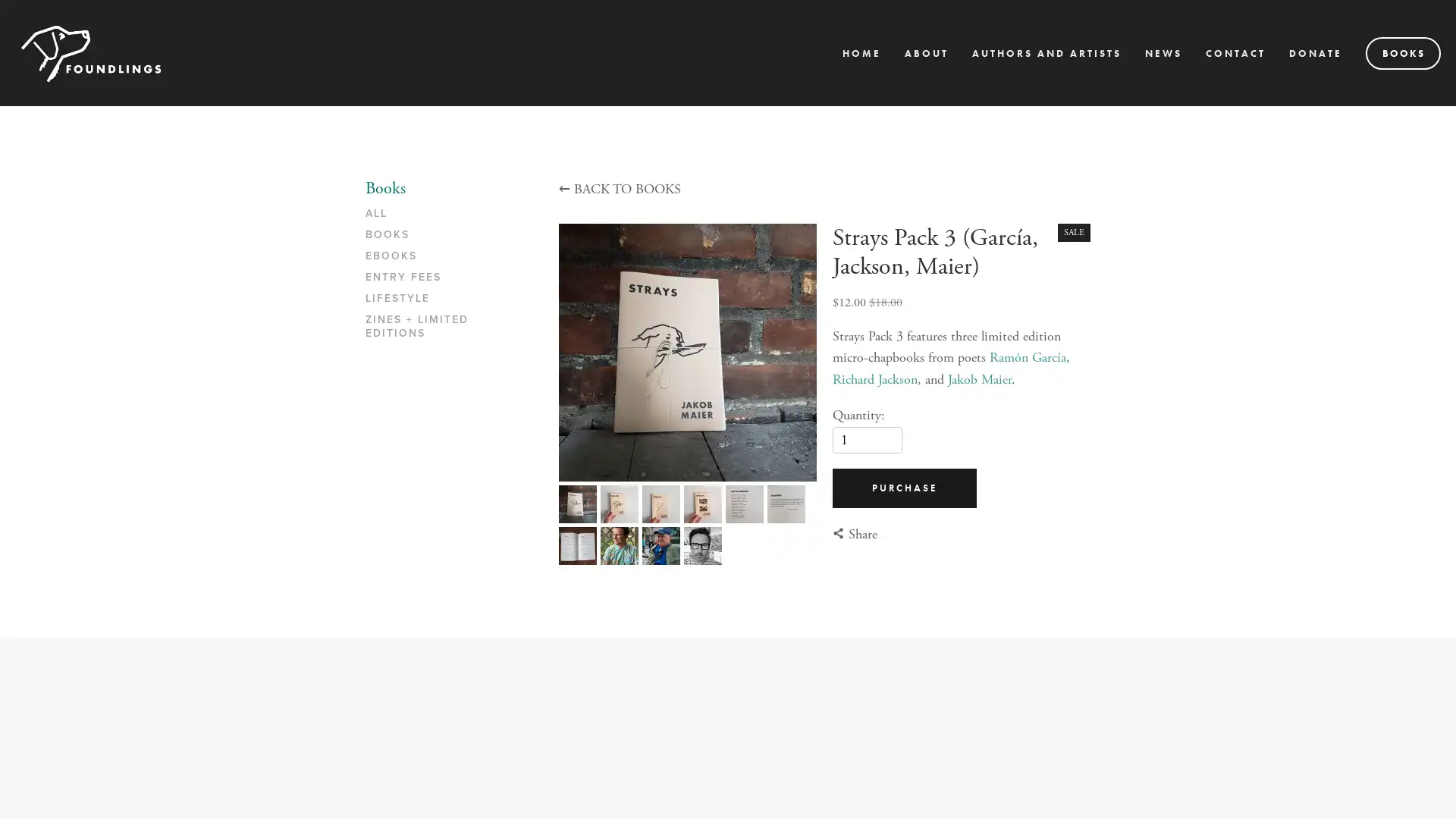  I want to click on PURCHASE, so click(905, 488).